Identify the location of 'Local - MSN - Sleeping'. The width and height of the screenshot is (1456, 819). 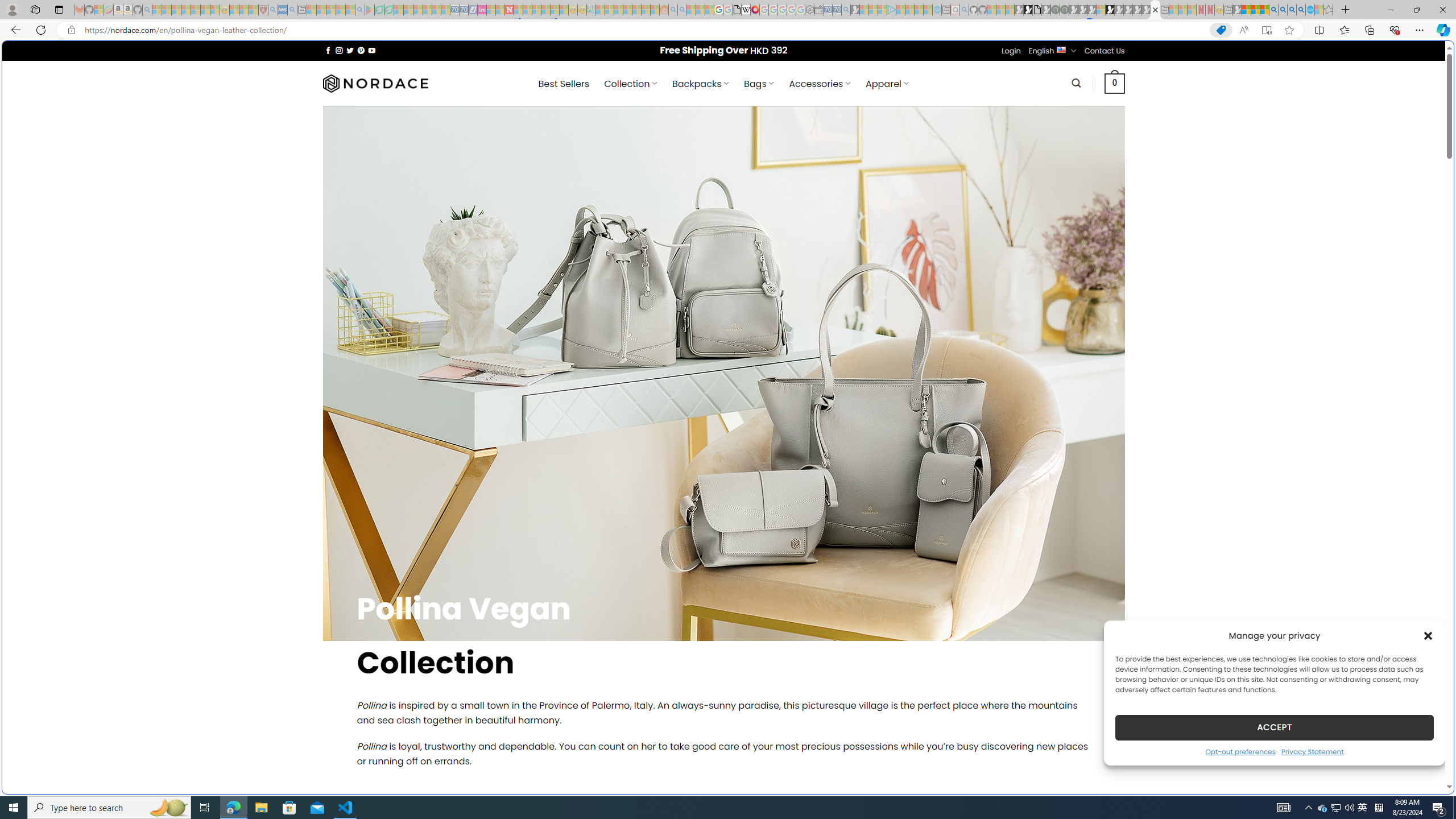
(253, 9).